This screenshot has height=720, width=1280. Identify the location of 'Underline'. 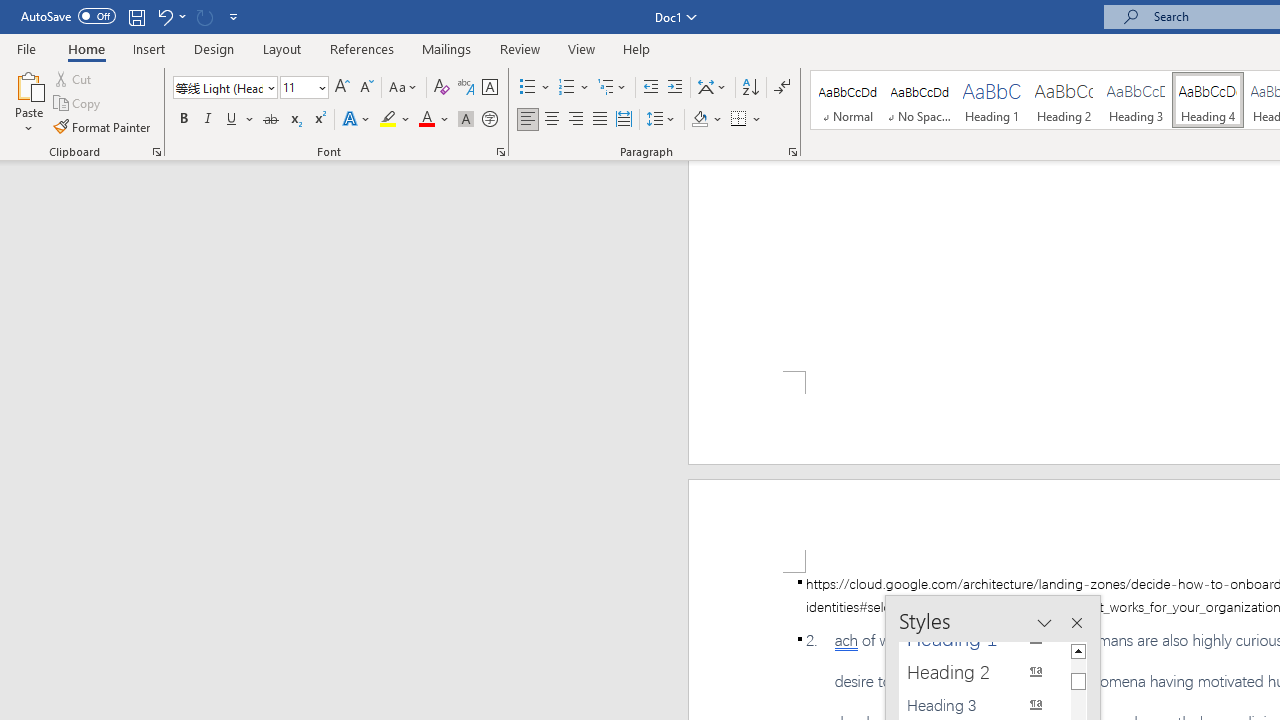
(240, 119).